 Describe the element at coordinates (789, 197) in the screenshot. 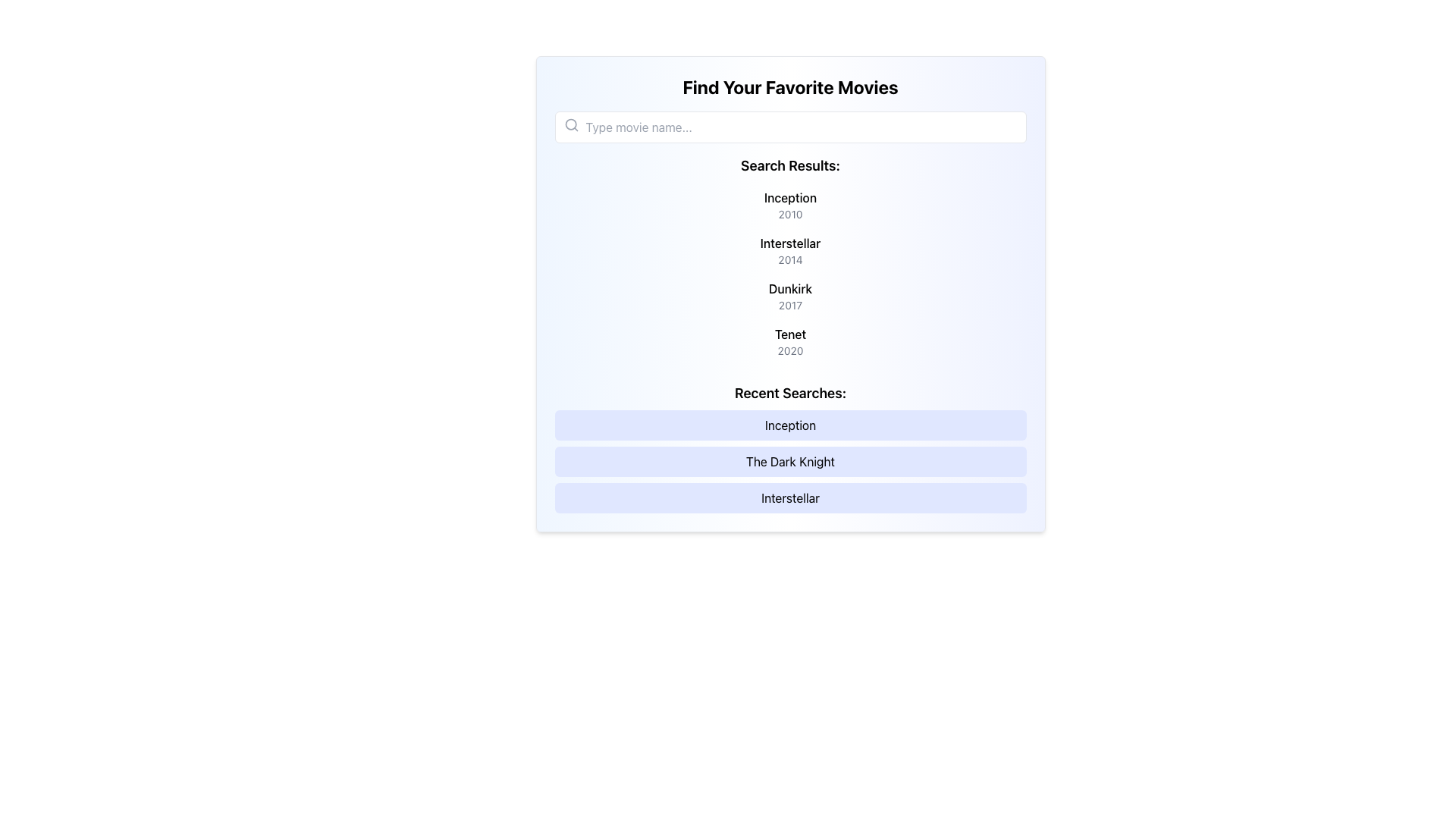

I see `the non-interactive Text Label representing the movie title in the Search Results section, located above the text '2010'` at that location.